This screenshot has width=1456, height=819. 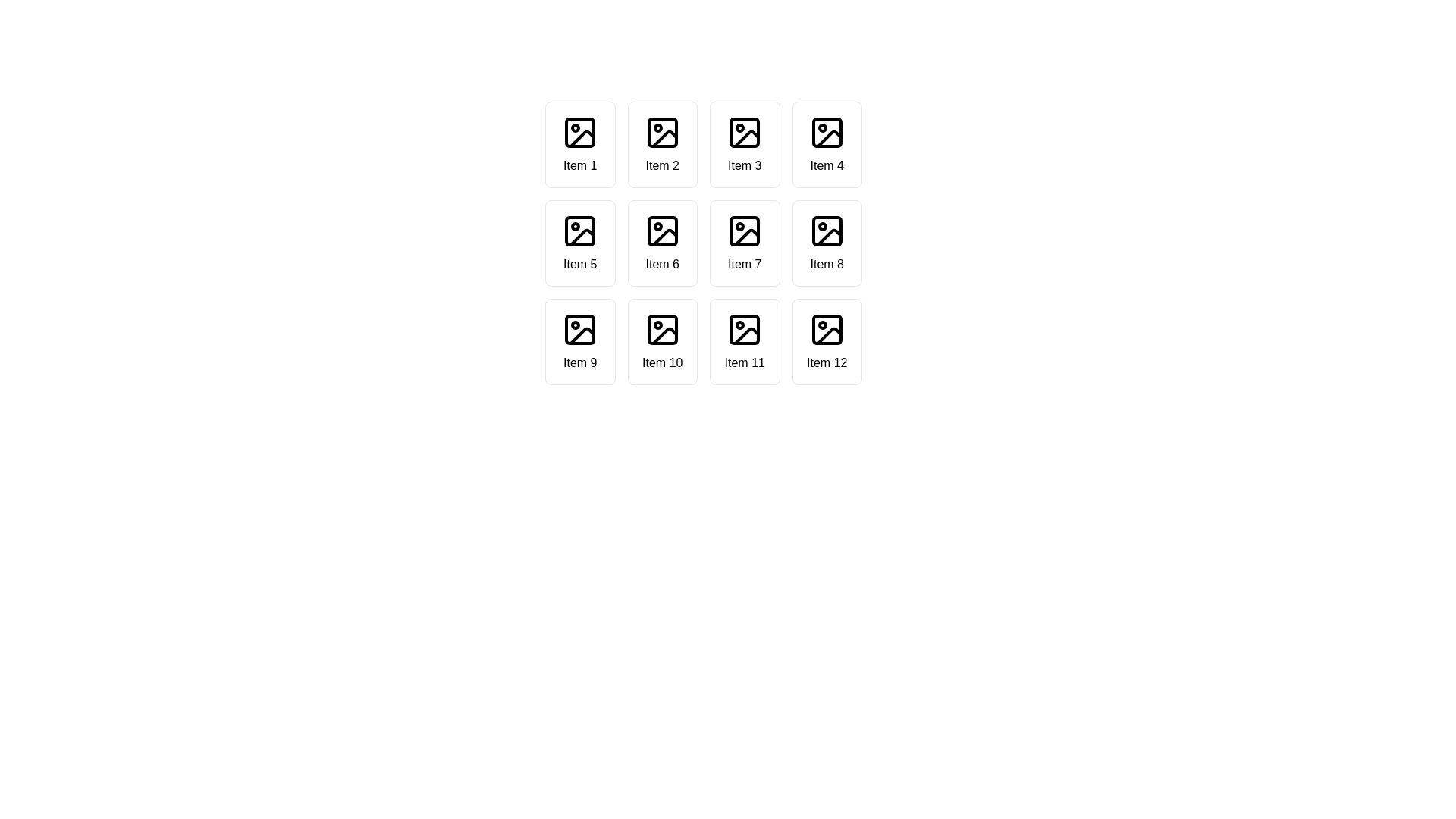 What do you see at coordinates (826, 242) in the screenshot?
I see `the button in the second row, fourth column of the grid layout` at bounding box center [826, 242].